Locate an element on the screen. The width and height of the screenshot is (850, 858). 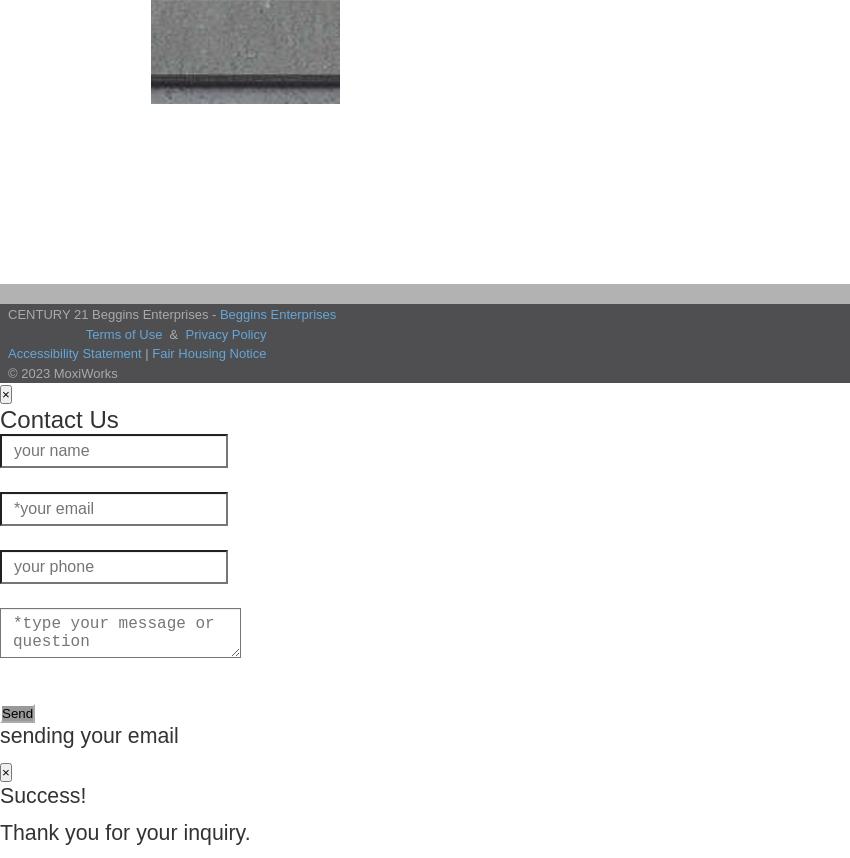
'© 2023 MoxiWorks' is located at coordinates (6, 372).